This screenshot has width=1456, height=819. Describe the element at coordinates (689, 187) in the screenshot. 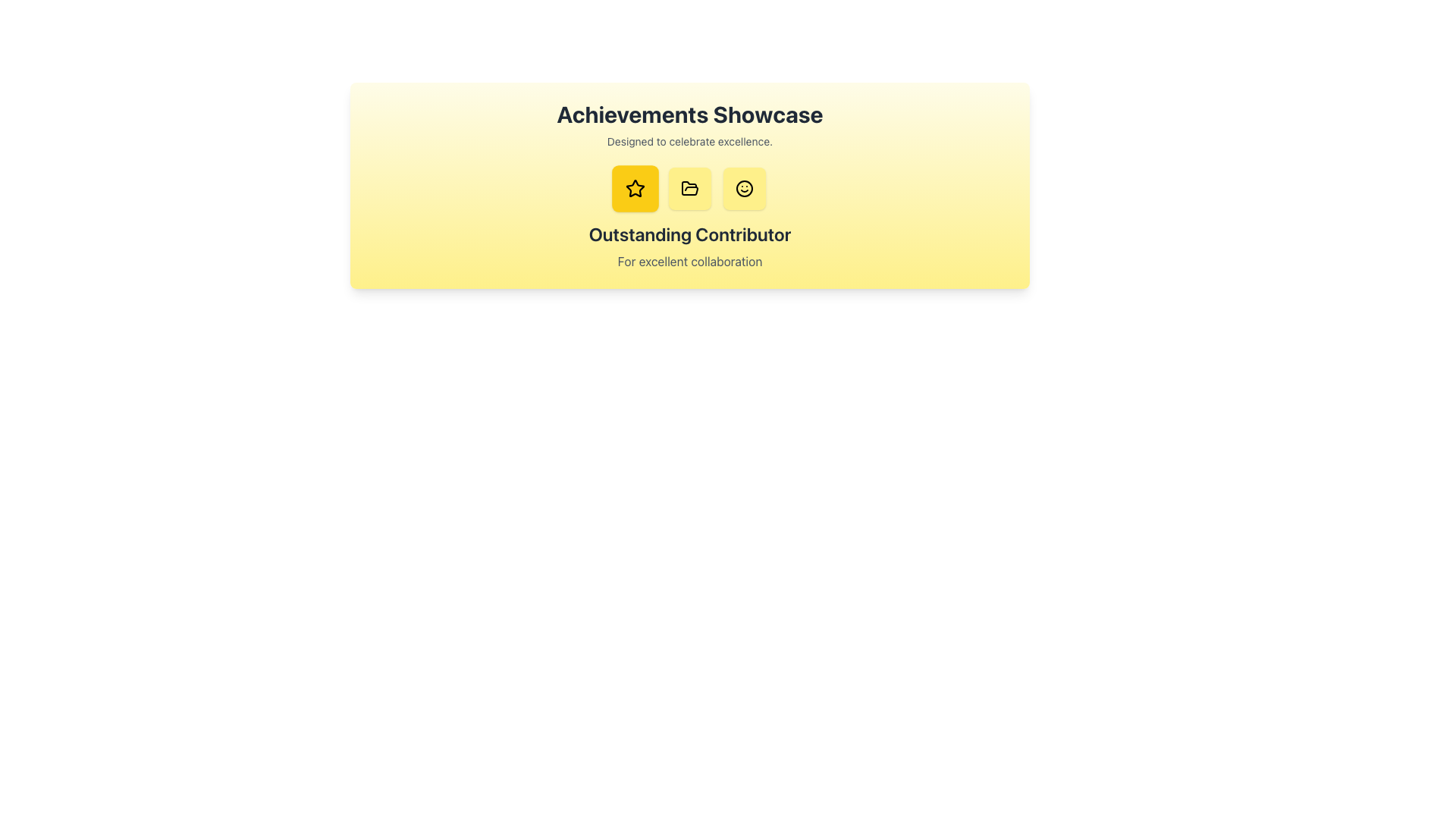

I see `the open folder icon located in the middle row of icons, which is the second icon in a group of three, flanked by a star icon on the left and a smiley face icon on the right` at that location.